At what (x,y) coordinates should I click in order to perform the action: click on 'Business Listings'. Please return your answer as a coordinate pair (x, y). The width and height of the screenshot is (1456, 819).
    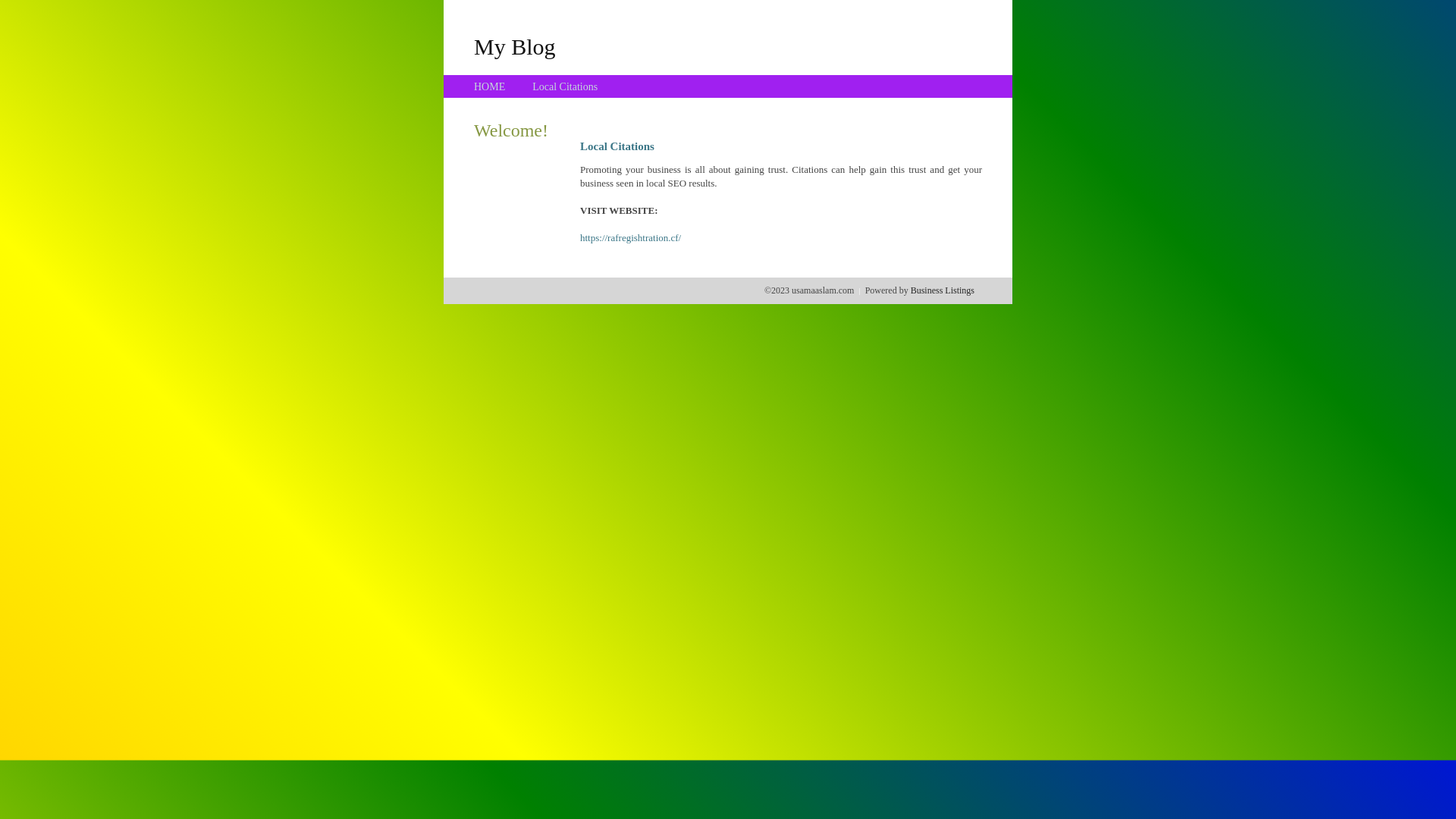
    Looking at the image, I should click on (942, 290).